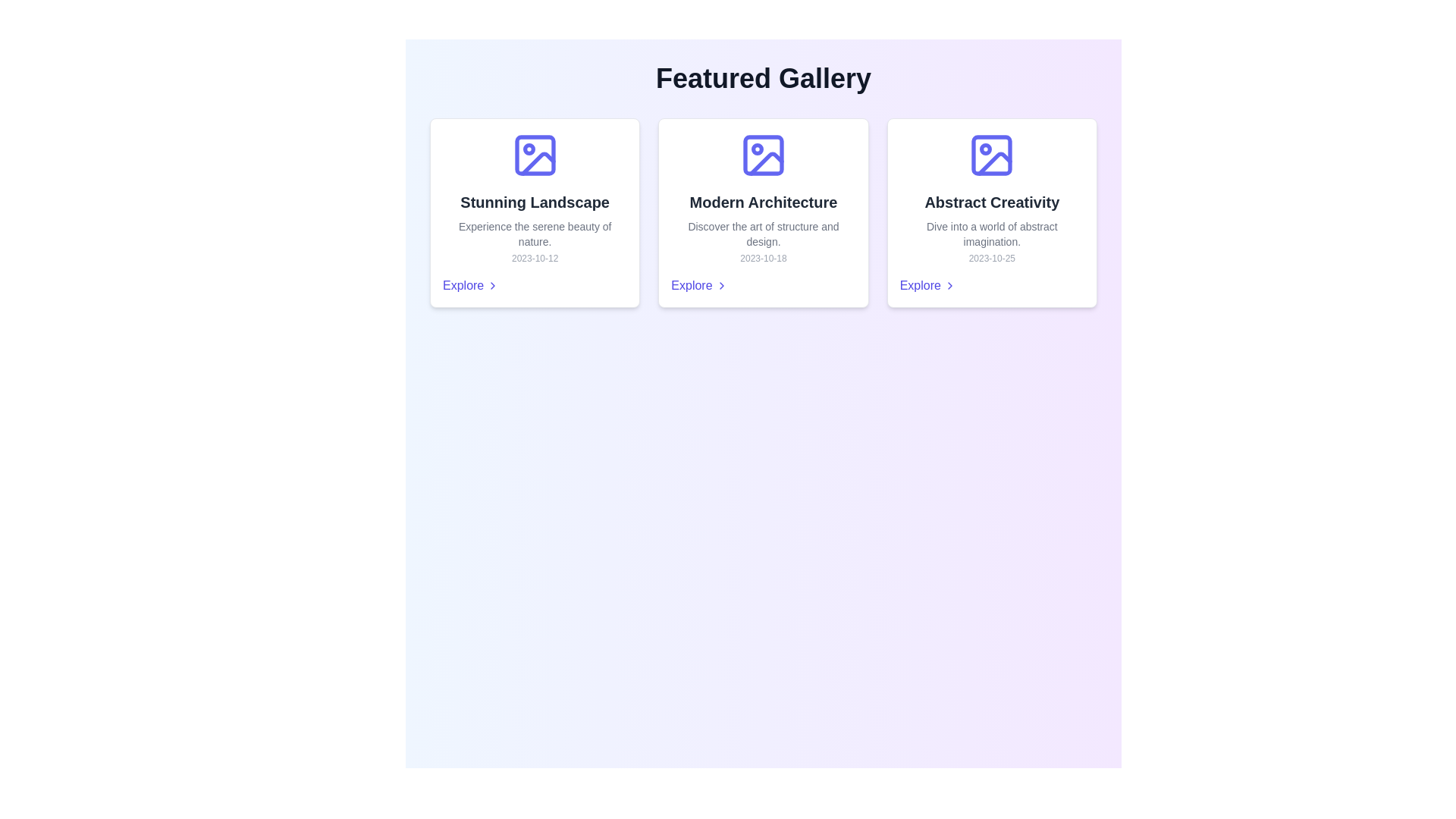 The width and height of the screenshot is (1456, 819). I want to click on text label displaying 'Dive into a world of abstract imagination.' which is styled in gray and positioned below the heading 'Abstract Creativity' and above the date '2023-10-25' in the third card of a horizontally aligned group of cards, so click(992, 234).